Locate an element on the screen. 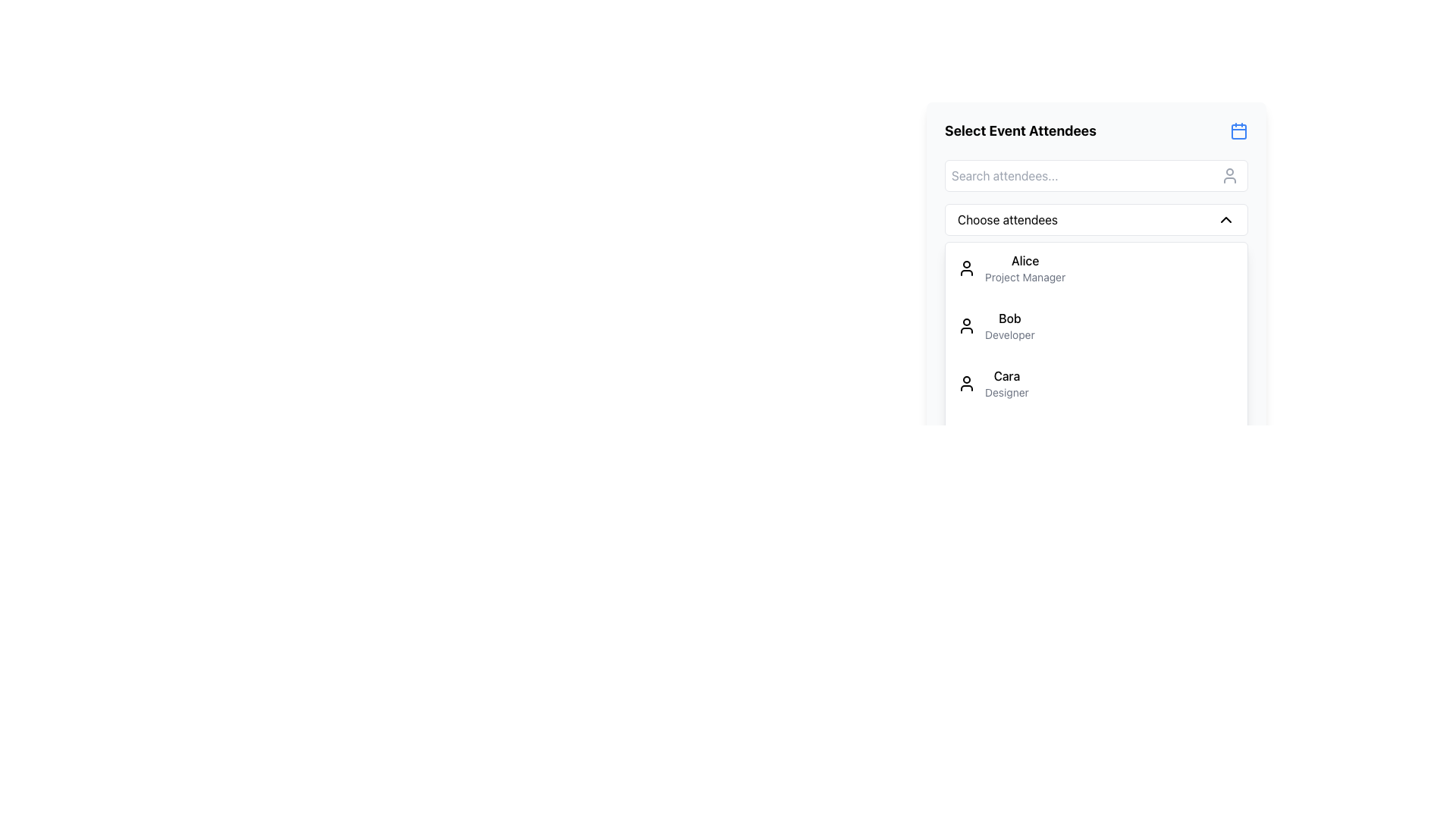 The width and height of the screenshot is (1456, 819). the text label displaying 'Project Manager' below 'Alice', which indicates the individual's role in the attendee list is located at coordinates (1025, 278).